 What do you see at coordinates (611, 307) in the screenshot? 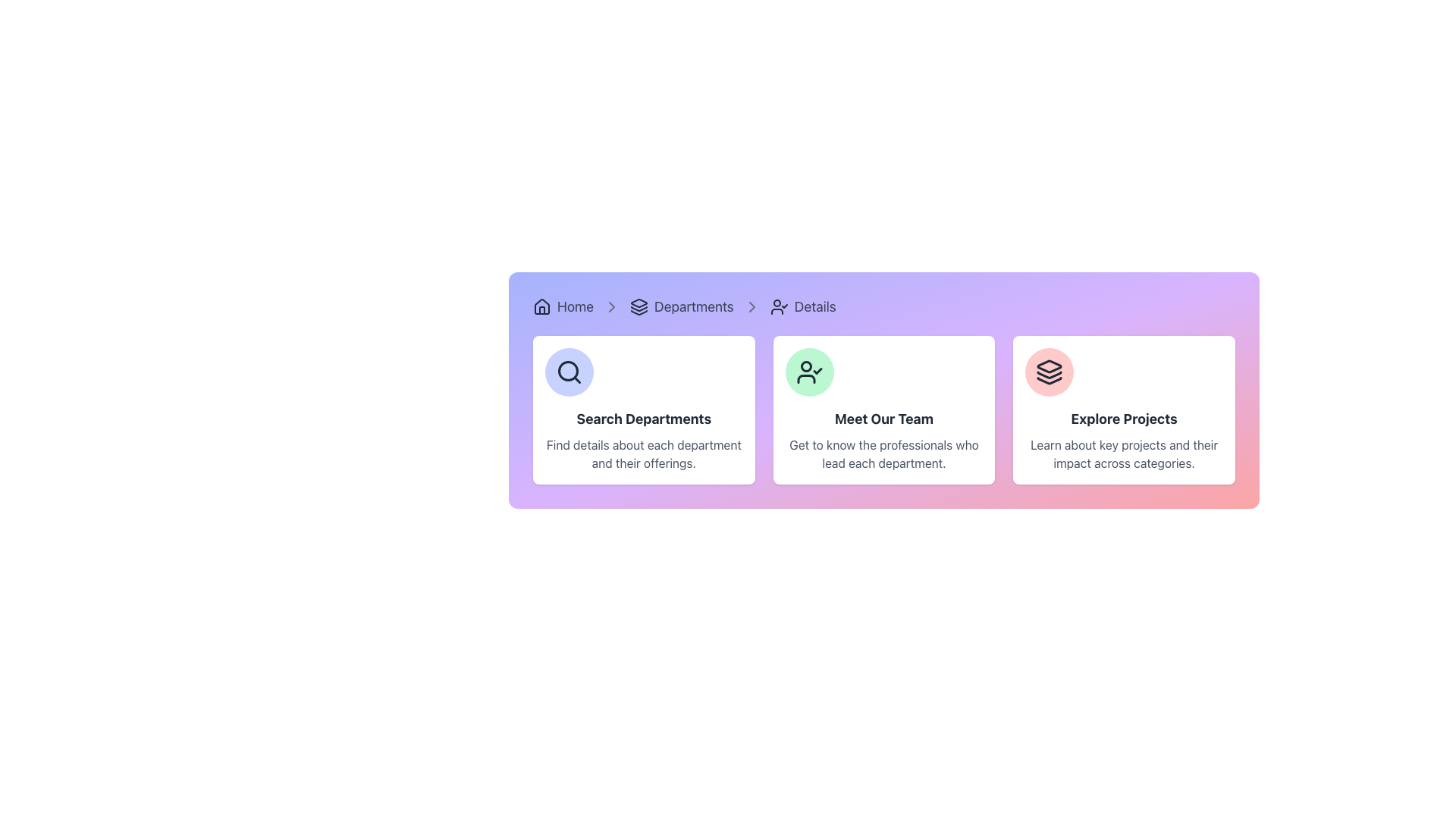
I see `the right-pointing arrow in the breadcrumb navigation located between 'Departments' and 'Details' to indicate the visual separation and hierarchy of navigation elements` at bounding box center [611, 307].